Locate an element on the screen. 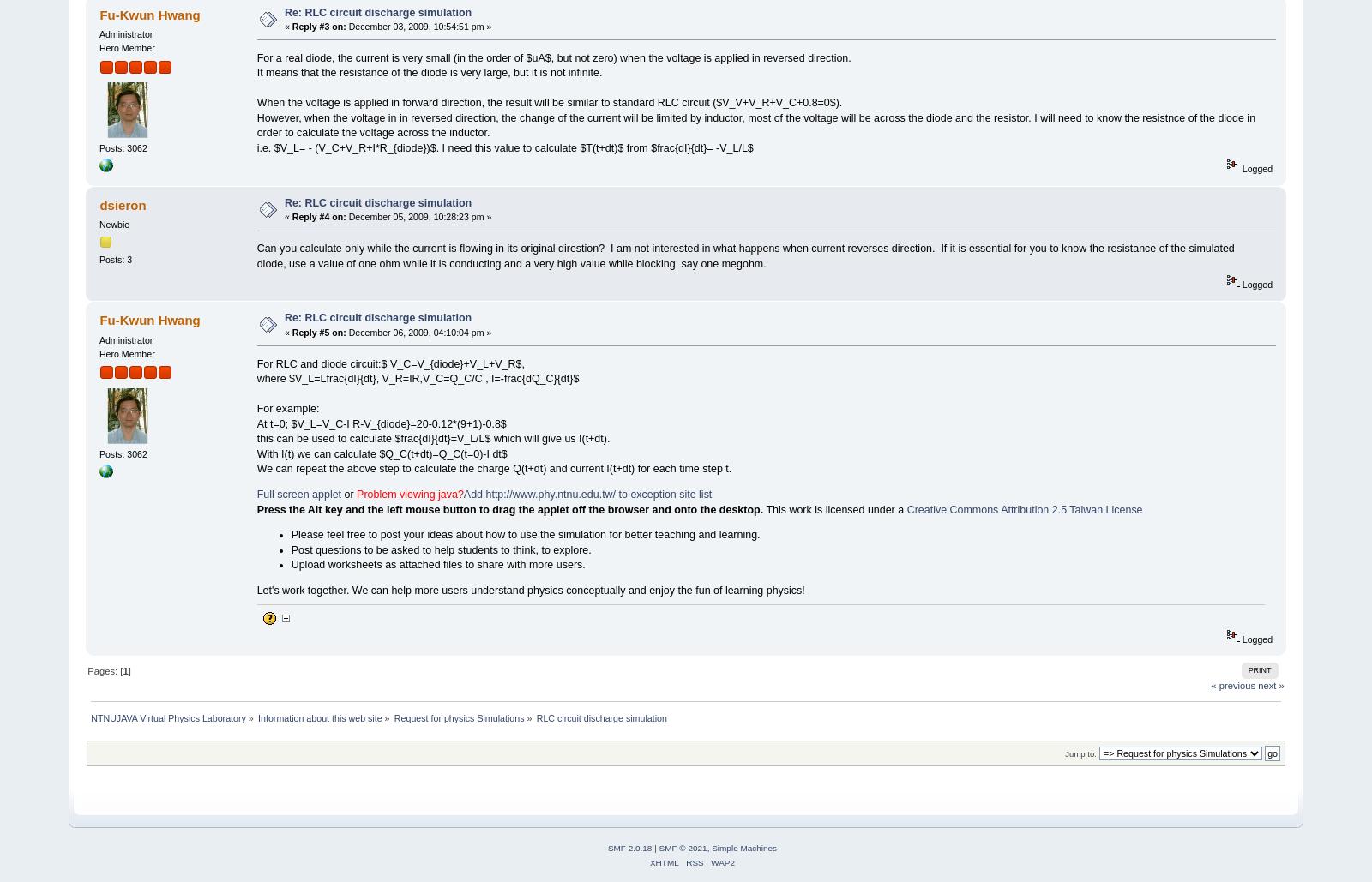 The width and height of the screenshot is (1372, 882). 'where $V_L=Lfrac{dI}{dt}, V_R=IR,V_C=Q_C/C , I=-frac{dQ_C}{dt}$' is located at coordinates (417, 378).